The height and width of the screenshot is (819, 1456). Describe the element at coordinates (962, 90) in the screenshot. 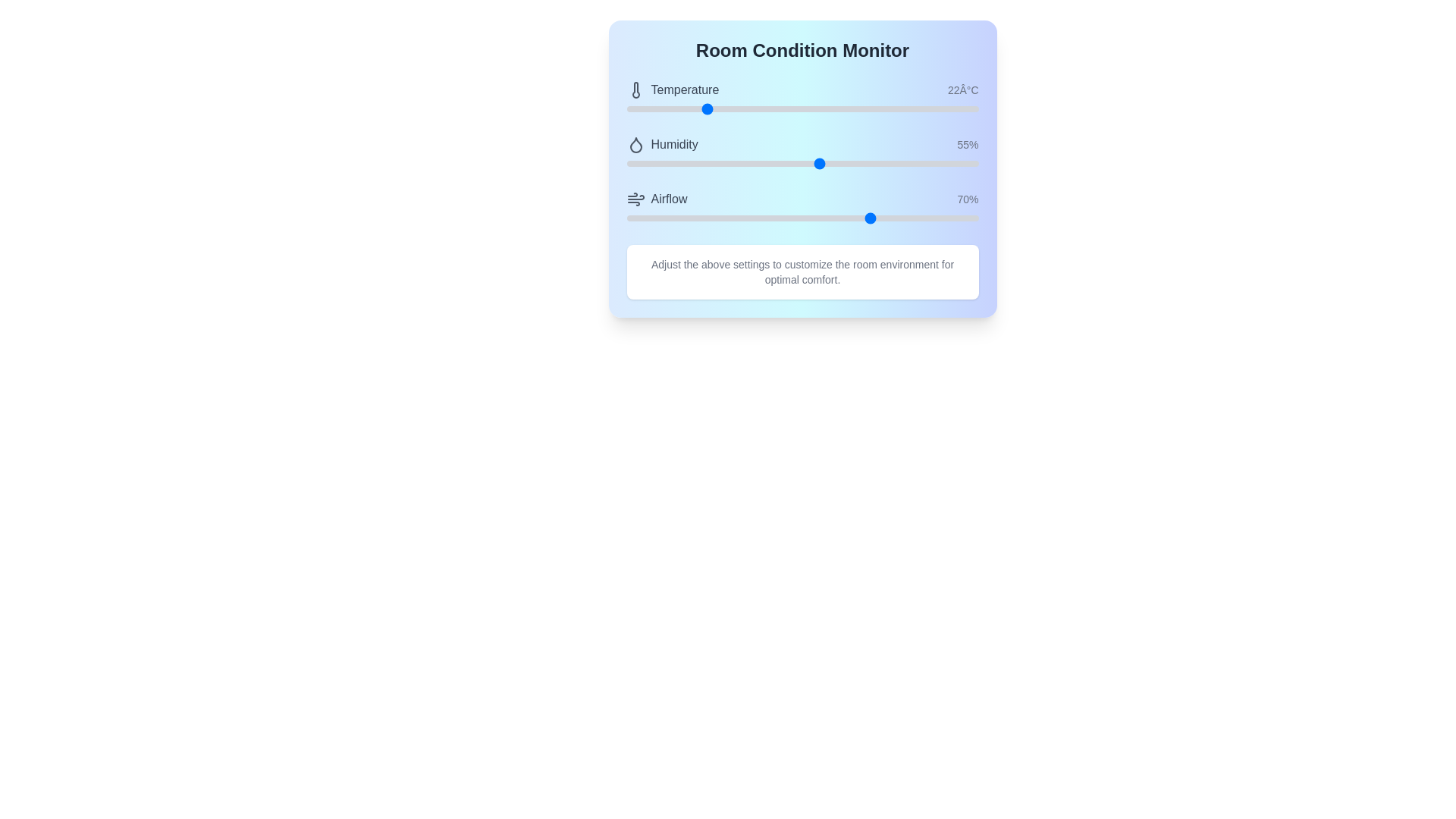

I see `displayed temperature information from the Text label that shows the current temperature value in the 'Temperature' section of the 'Room Condition Monitor' interface, located to the right of the 'Temperature' label and thermometer icon` at that location.